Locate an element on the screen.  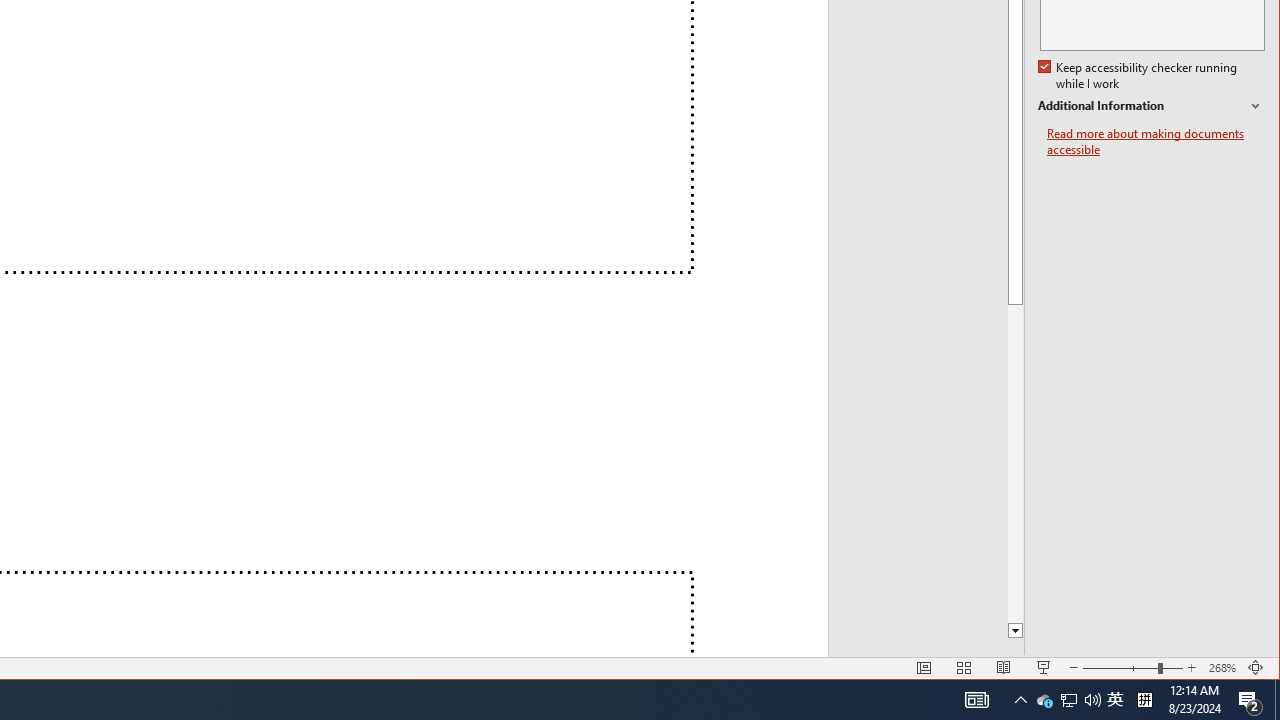
'Q2790: 100%' is located at coordinates (1020, 698).